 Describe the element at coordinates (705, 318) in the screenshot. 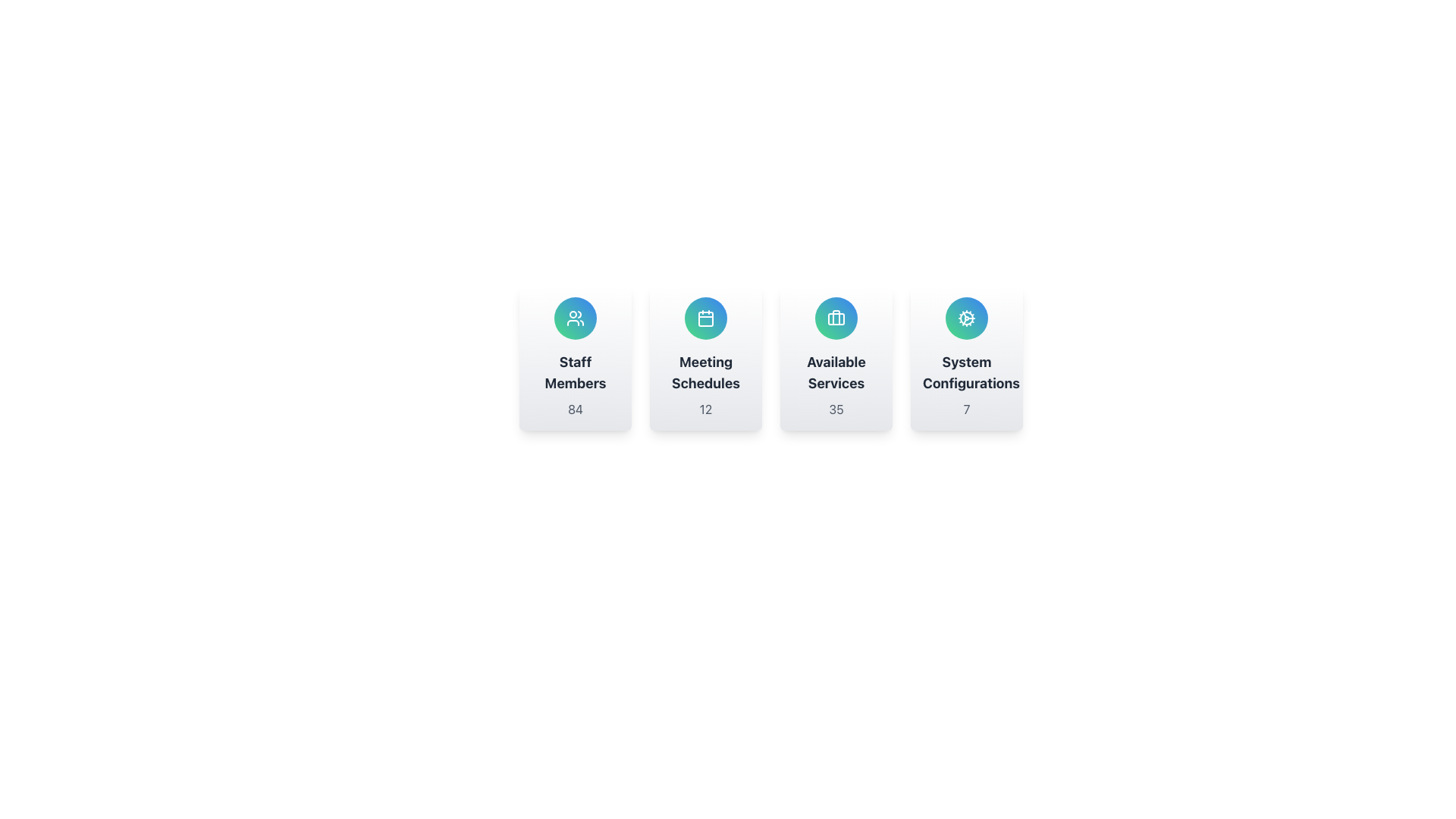

I see `the calendar icon with a gradient blue-green background, which is the second icon from the left in a row of four icons` at that location.